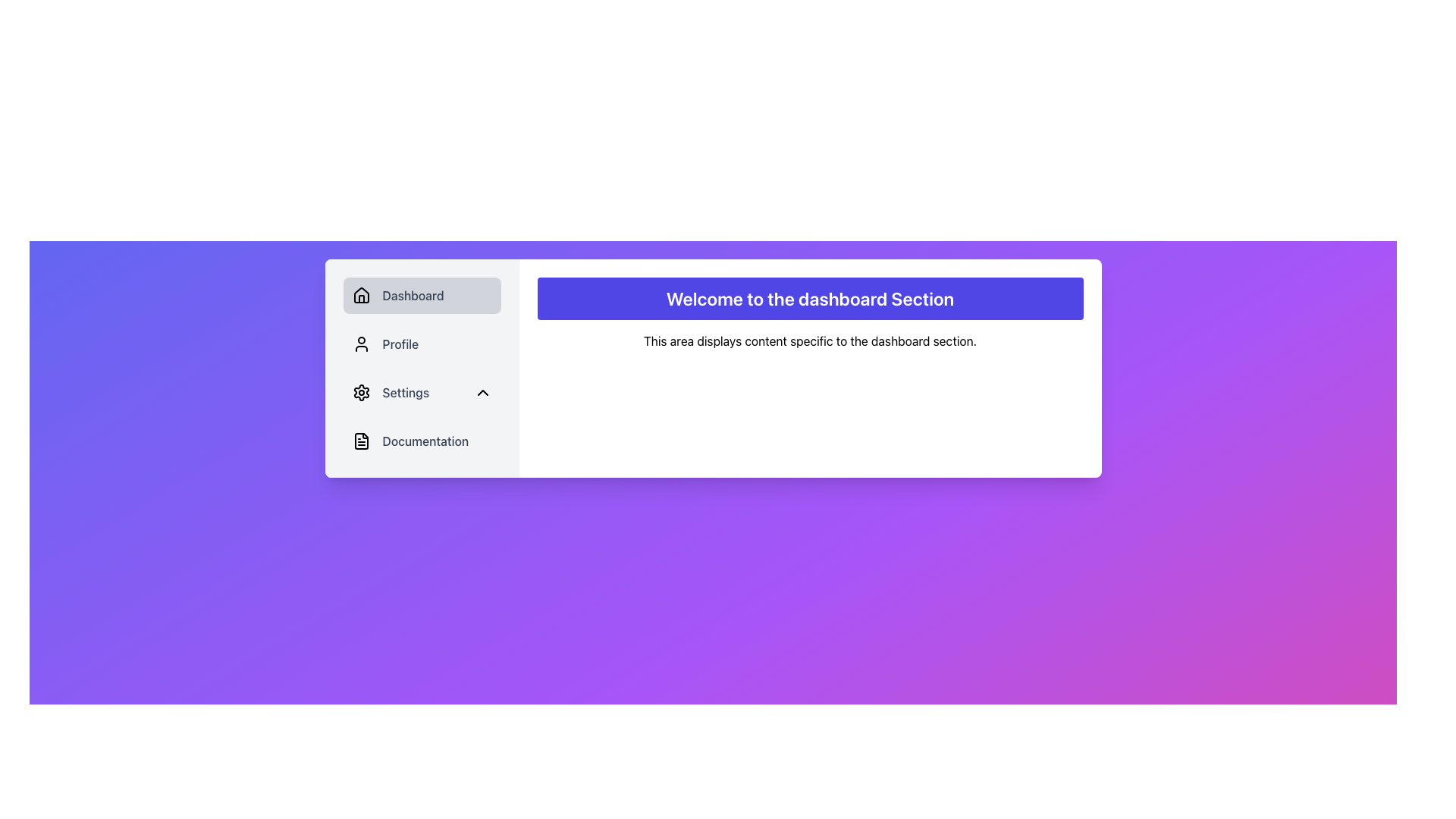 The image size is (1456, 819). What do you see at coordinates (360, 441) in the screenshot?
I see `the 'Documentation' menu item icon located in the vertical sidebar menu, positioned below the 'Settings' item and adjacent to the 'Documentation' label` at bounding box center [360, 441].